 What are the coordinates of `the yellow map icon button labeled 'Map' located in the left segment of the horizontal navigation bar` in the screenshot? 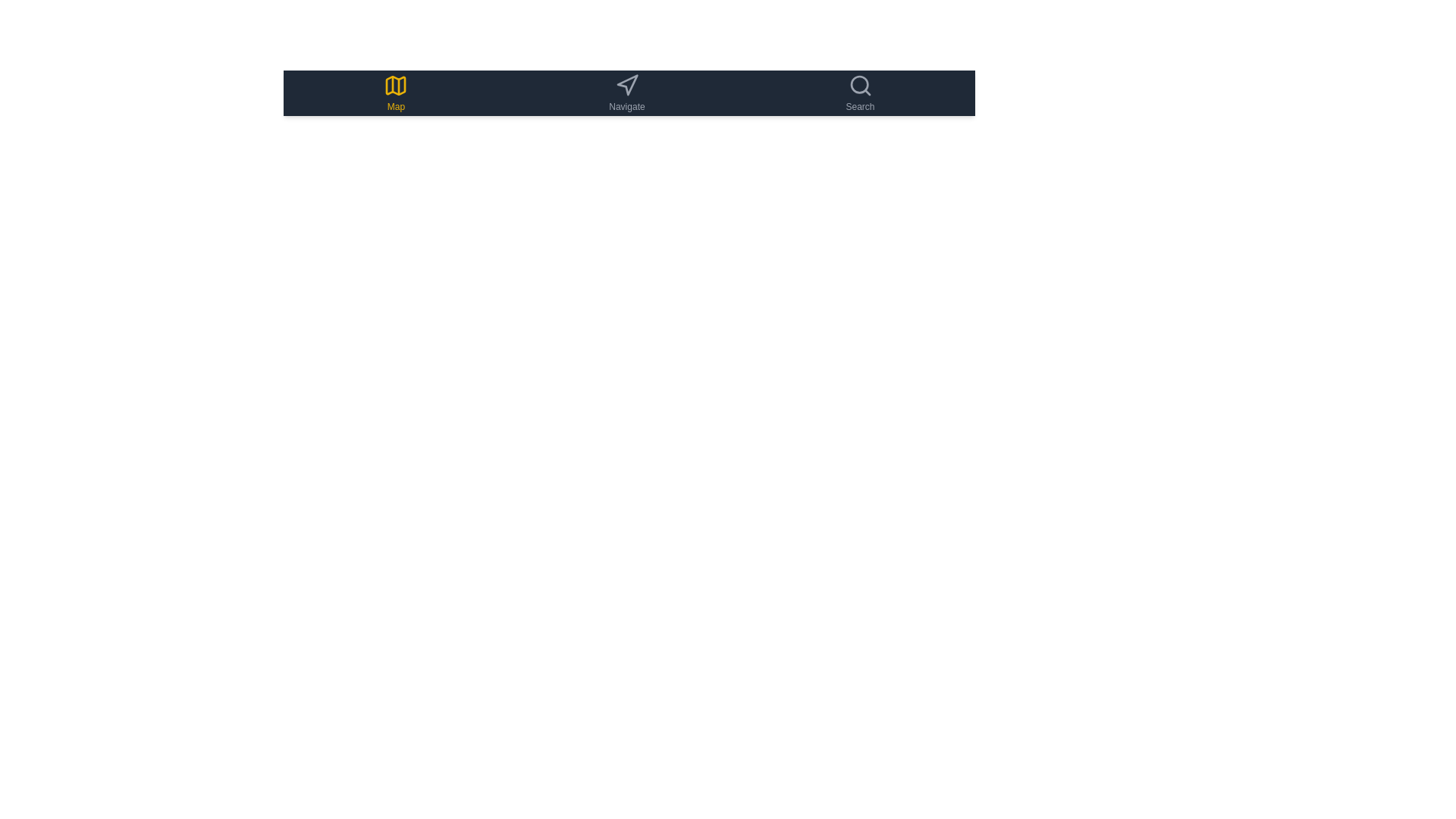 It's located at (396, 93).